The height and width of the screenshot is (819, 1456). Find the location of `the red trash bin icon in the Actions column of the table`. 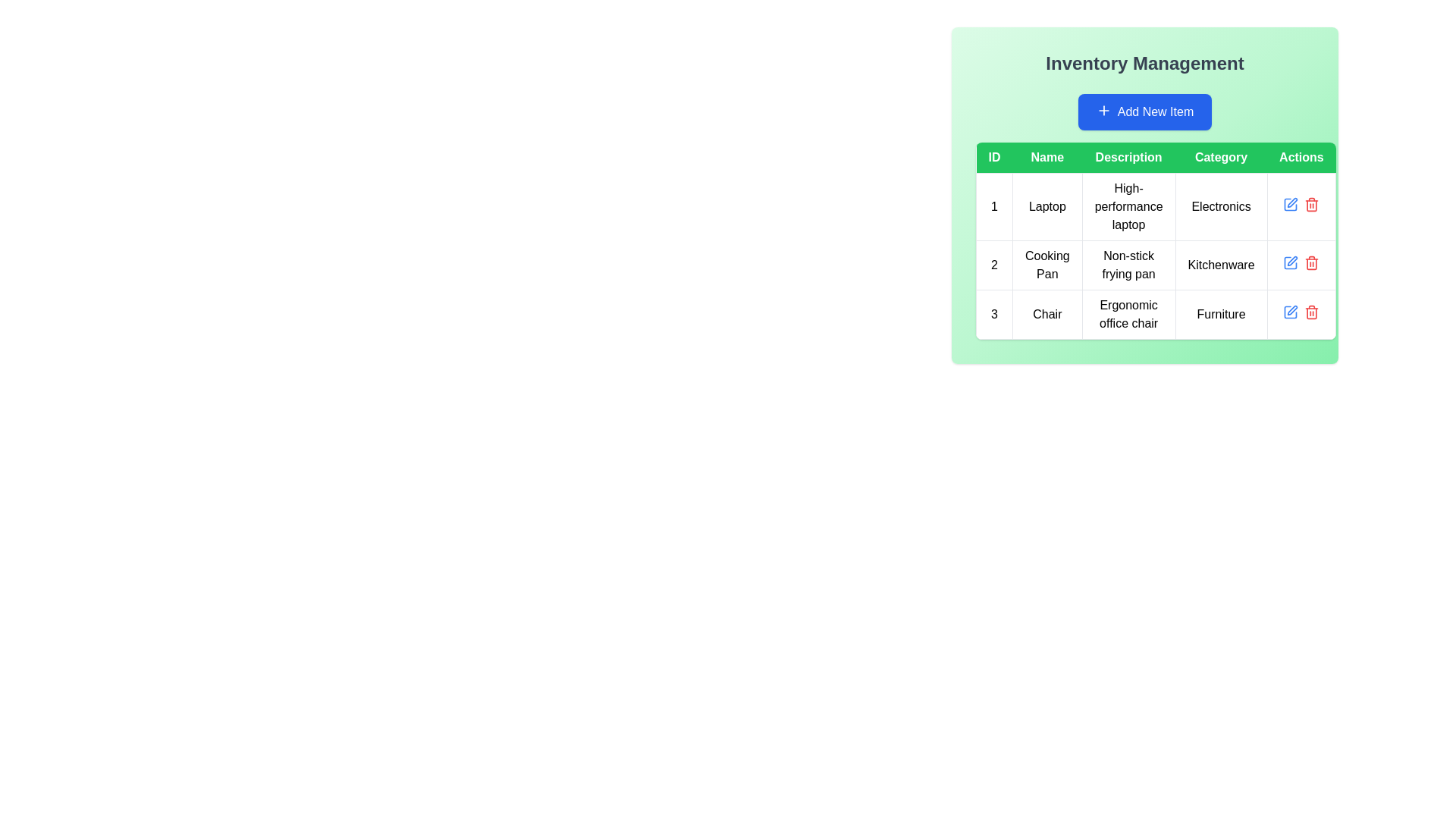

the red trash bin icon in the Actions column of the table is located at coordinates (1311, 311).